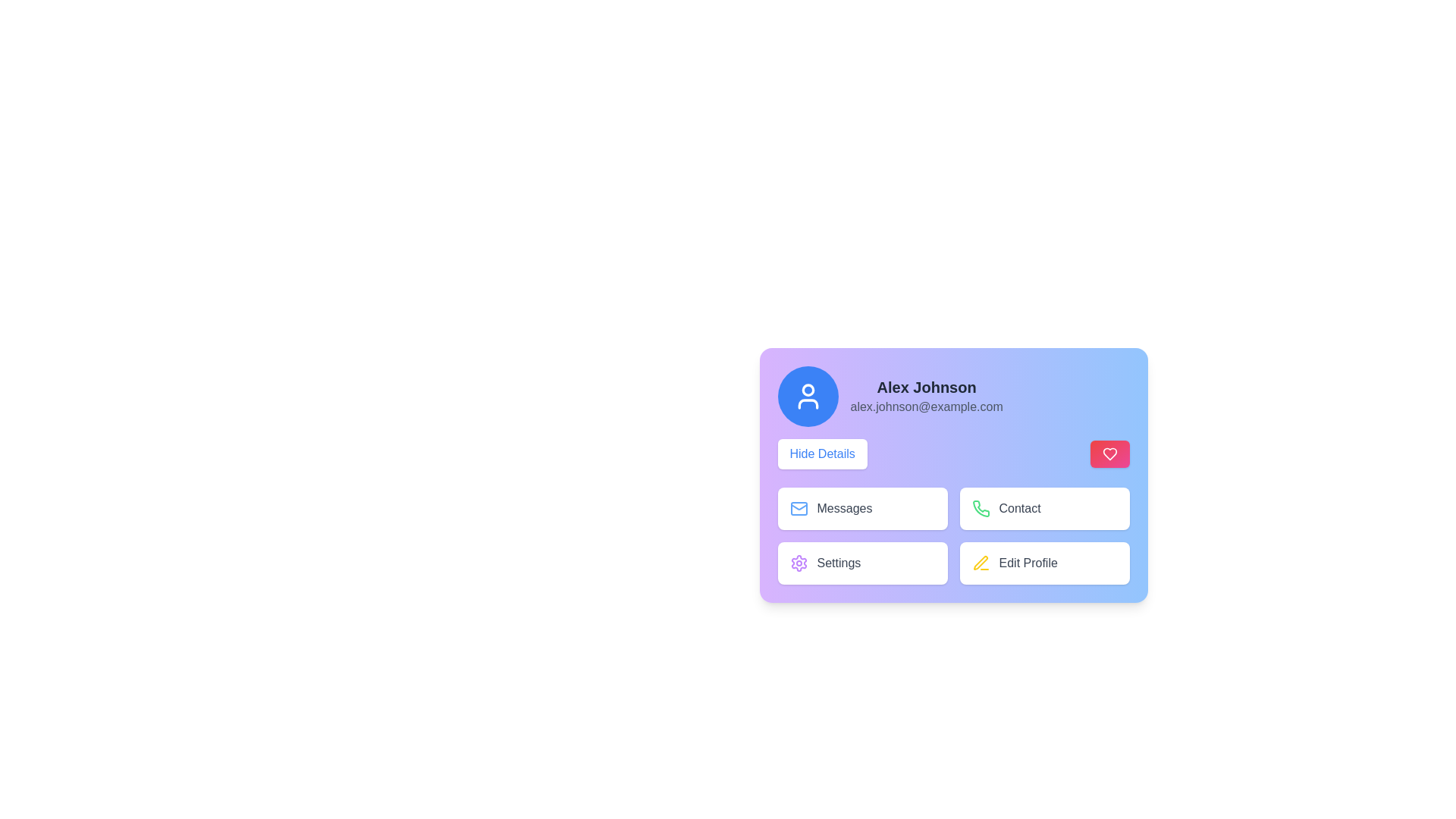  I want to click on the small, yellow-colored icon resembling a stylized pen located within the 'Edit Profile' button on the bottom-right side of the card interface, so click(980, 563).